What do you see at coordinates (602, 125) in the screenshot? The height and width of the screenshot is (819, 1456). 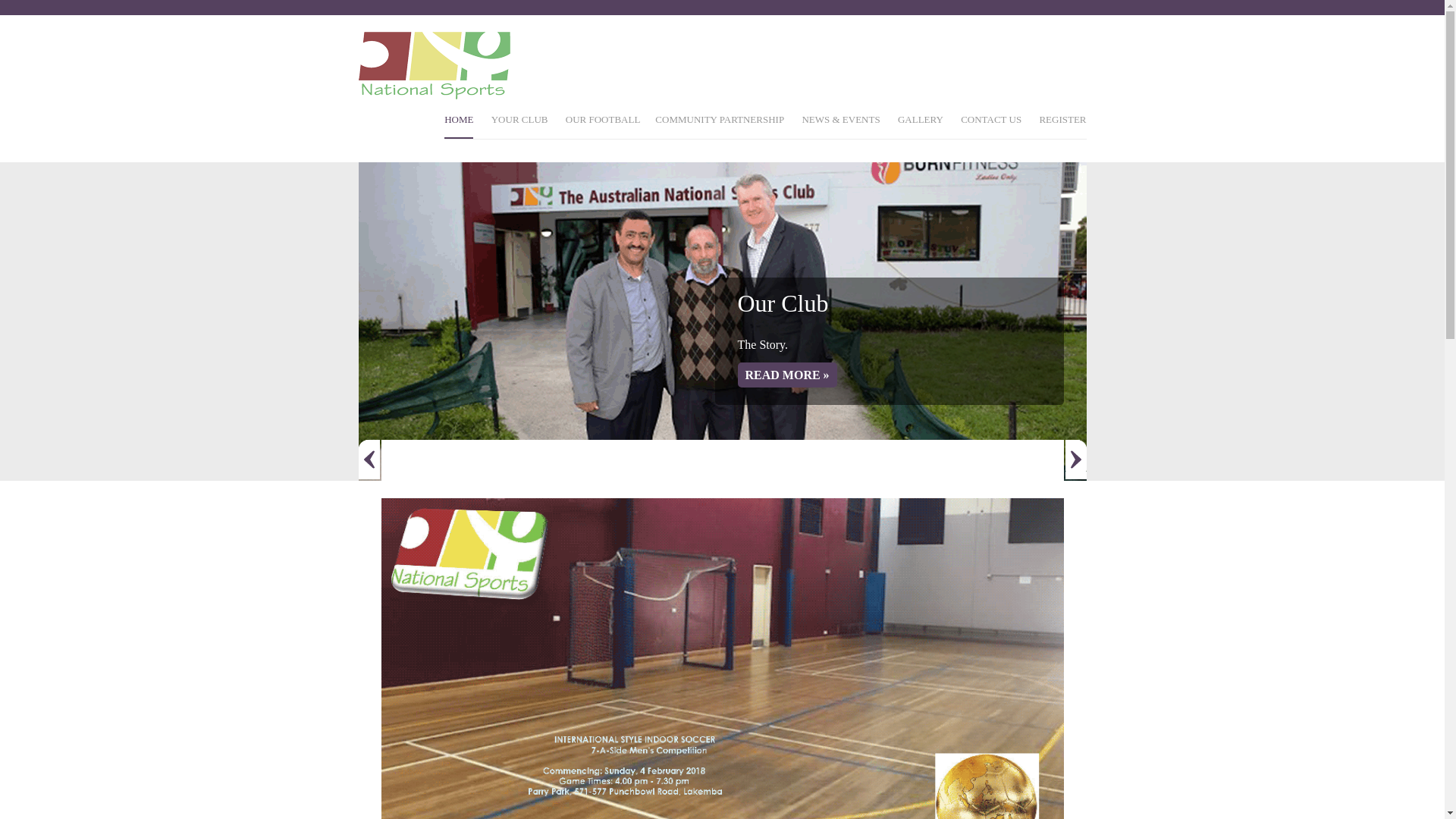 I see `'OUR FOOTBALL'` at bounding box center [602, 125].